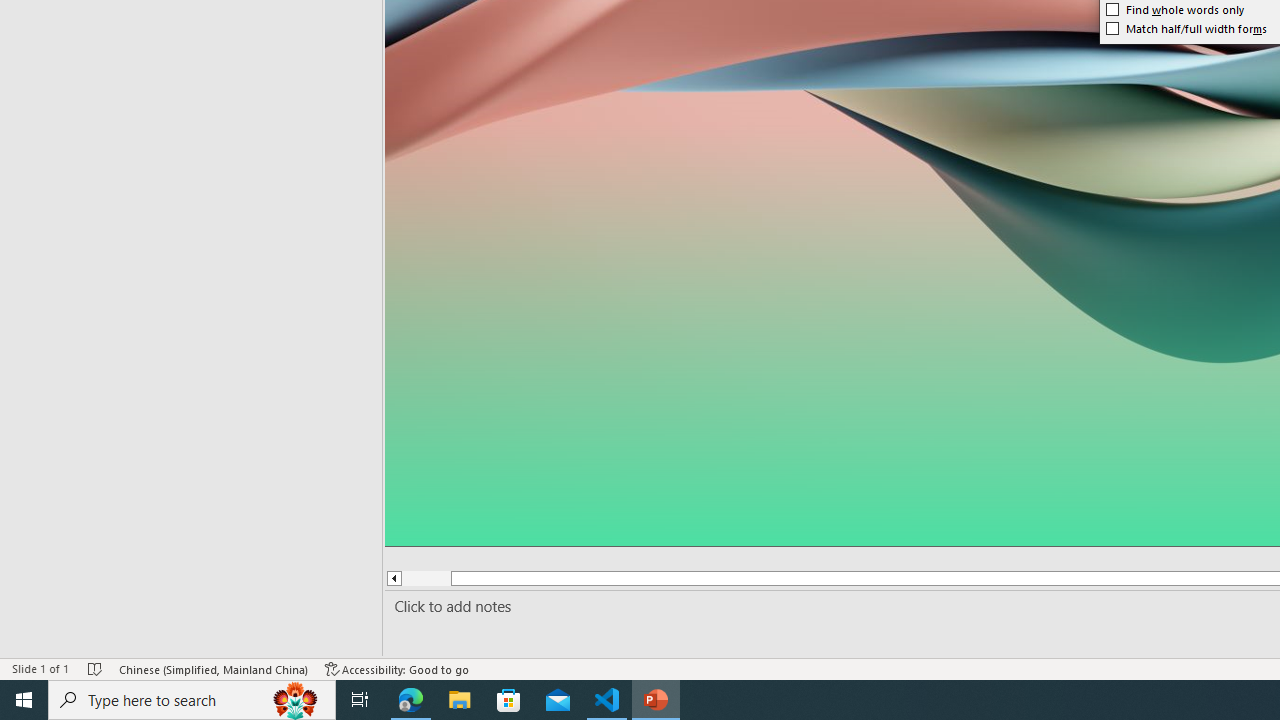 The height and width of the screenshot is (720, 1280). I want to click on 'Microsoft Store', so click(509, 698).